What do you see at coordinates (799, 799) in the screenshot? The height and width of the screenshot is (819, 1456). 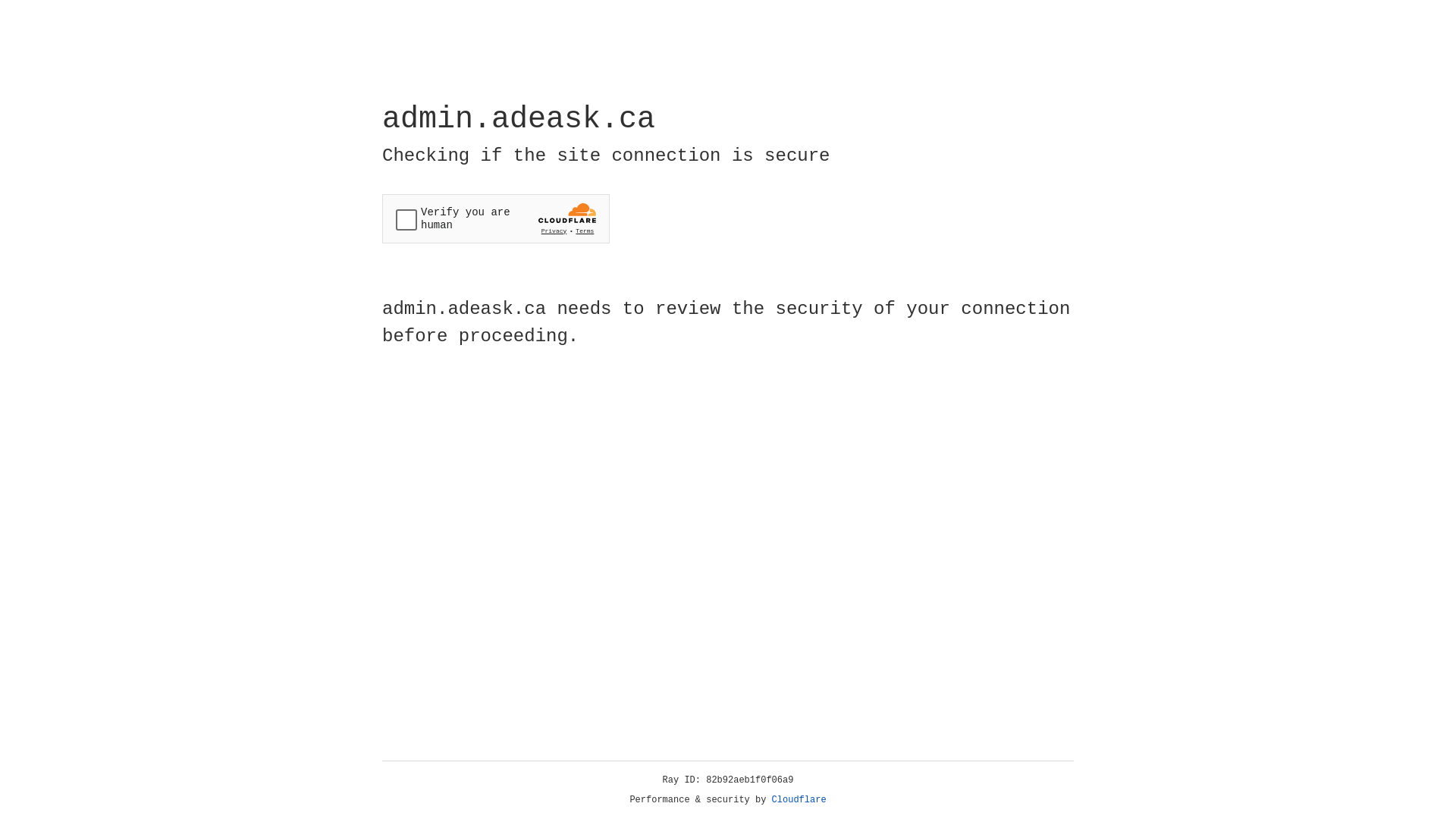 I see `'Cloudflare'` at bounding box center [799, 799].